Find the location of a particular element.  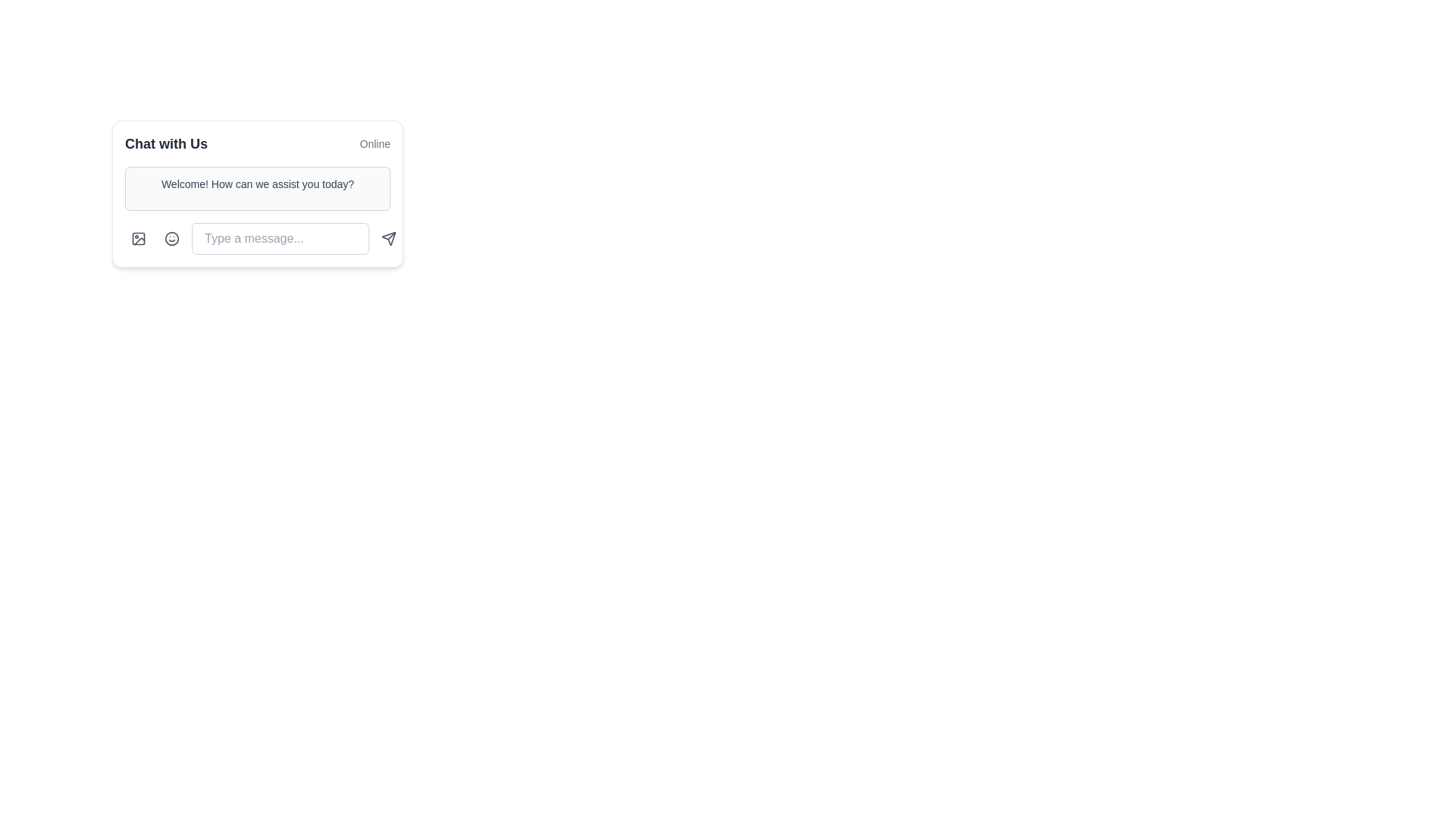

the smiley face icon located inside the chat input bar, near the left side is located at coordinates (171, 239).